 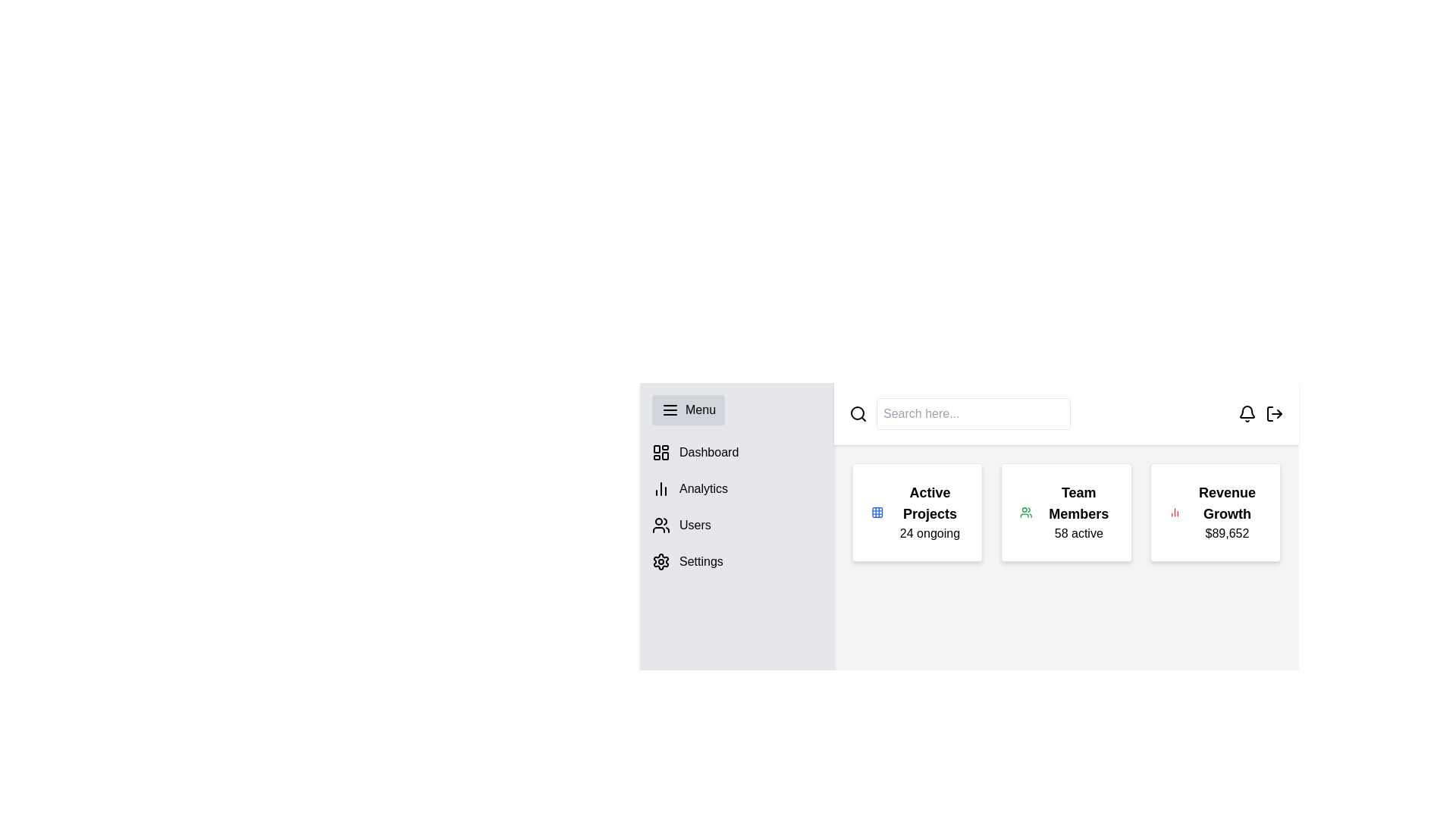 What do you see at coordinates (1065, 512) in the screenshot?
I see `the Display card which shows 'Team Members' with a green icon of people on the left, located at the center coordinates` at bounding box center [1065, 512].